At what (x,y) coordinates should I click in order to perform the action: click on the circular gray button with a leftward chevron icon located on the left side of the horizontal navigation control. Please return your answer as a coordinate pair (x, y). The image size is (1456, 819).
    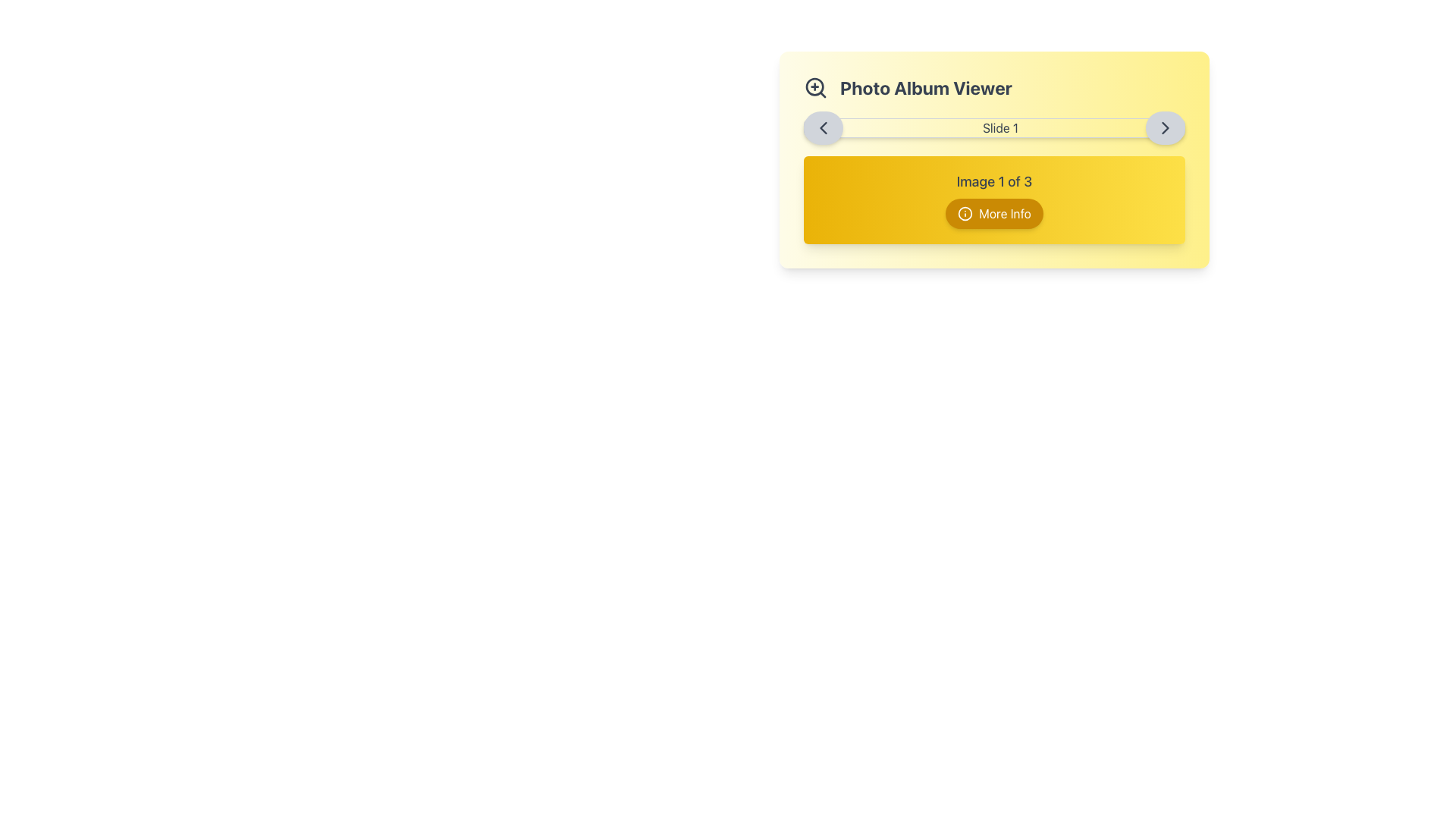
    Looking at the image, I should click on (822, 127).